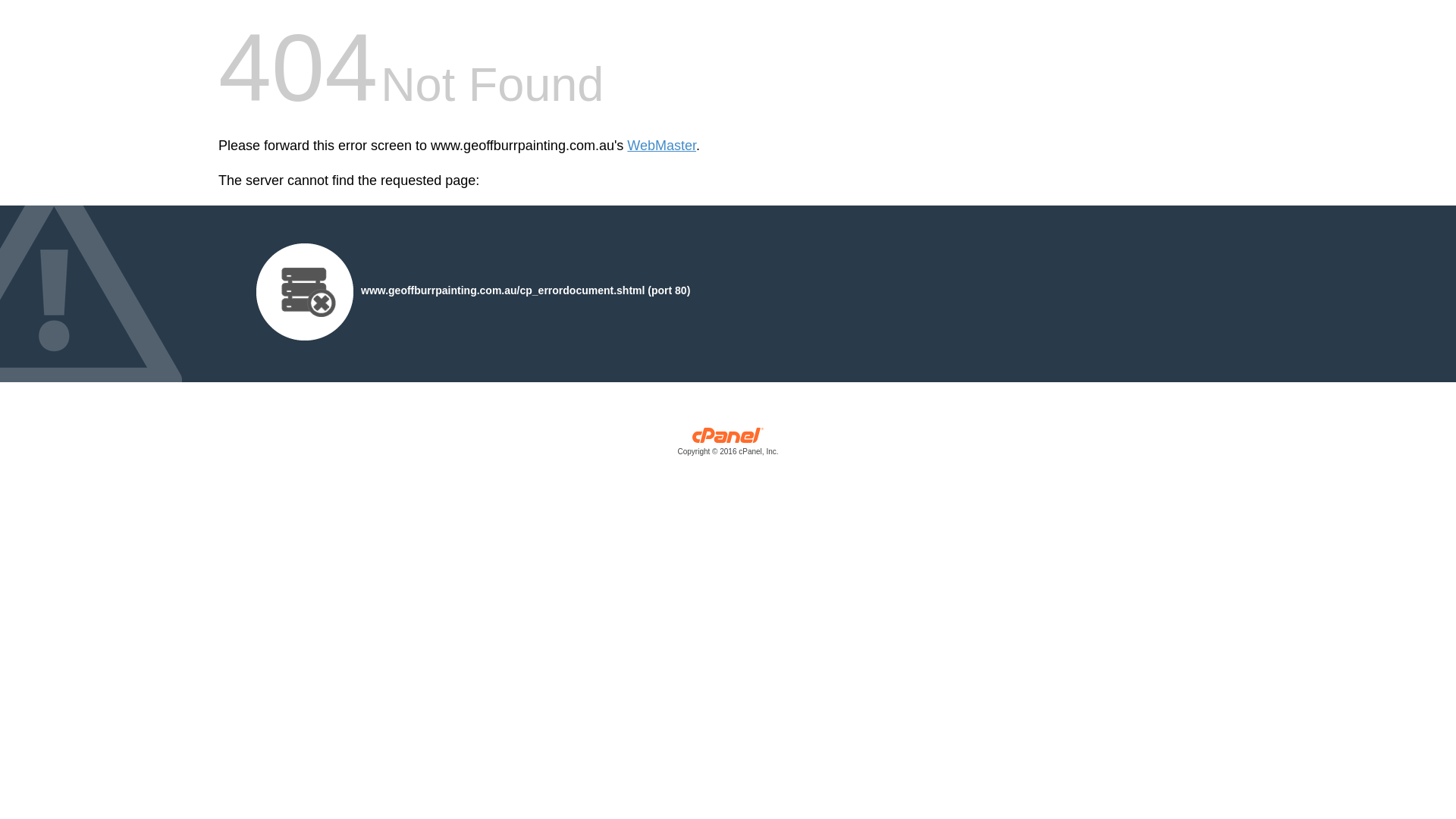 Image resolution: width=1456 pixels, height=819 pixels. Describe the element at coordinates (661, 146) in the screenshot. I see `'WebMaster'` at that location.